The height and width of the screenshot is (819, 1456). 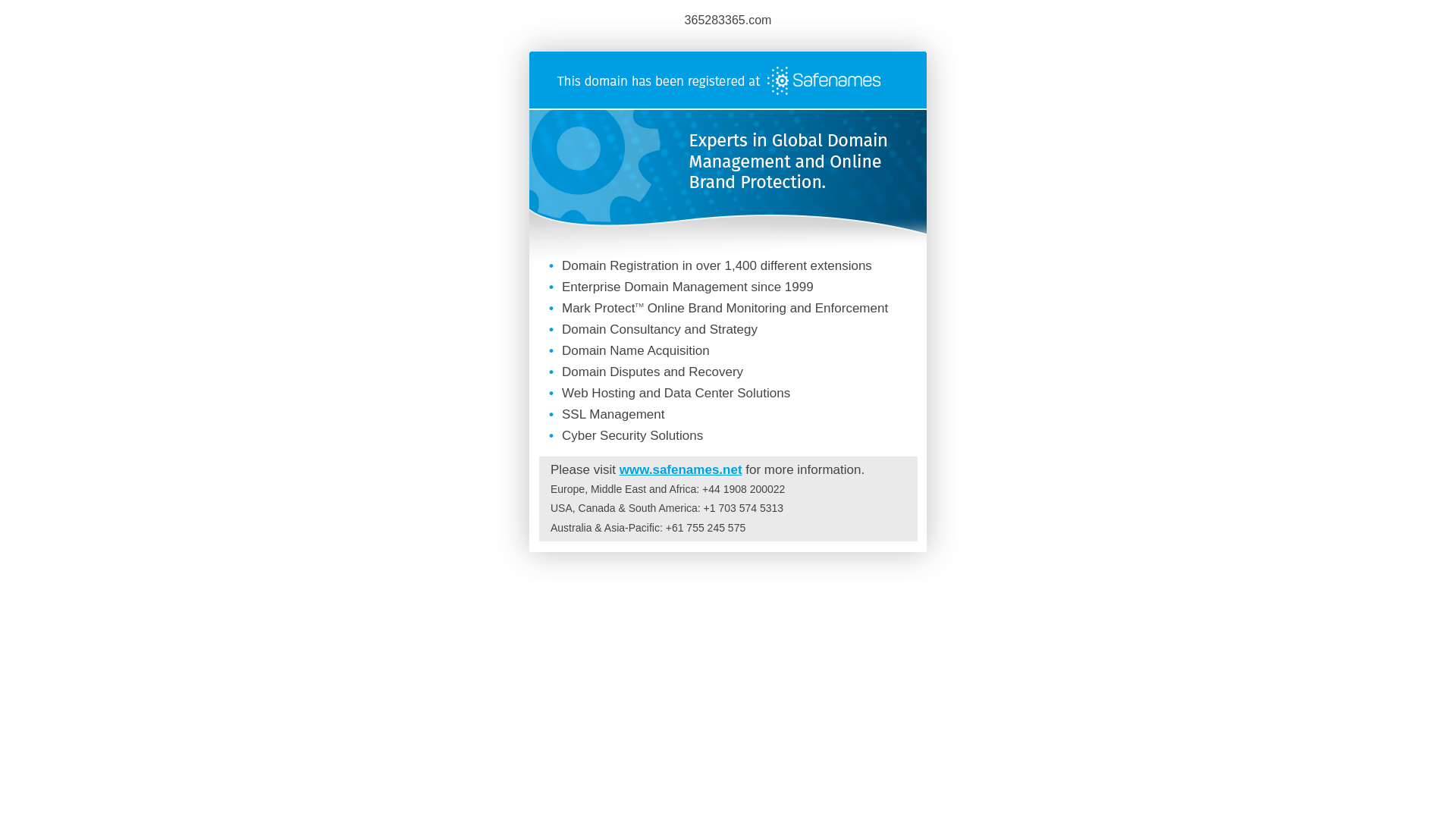 What do you see at coordinates (679, 469) in the screenshot?
I see `'www.safenames.net'` at bounding box center [679, 469].